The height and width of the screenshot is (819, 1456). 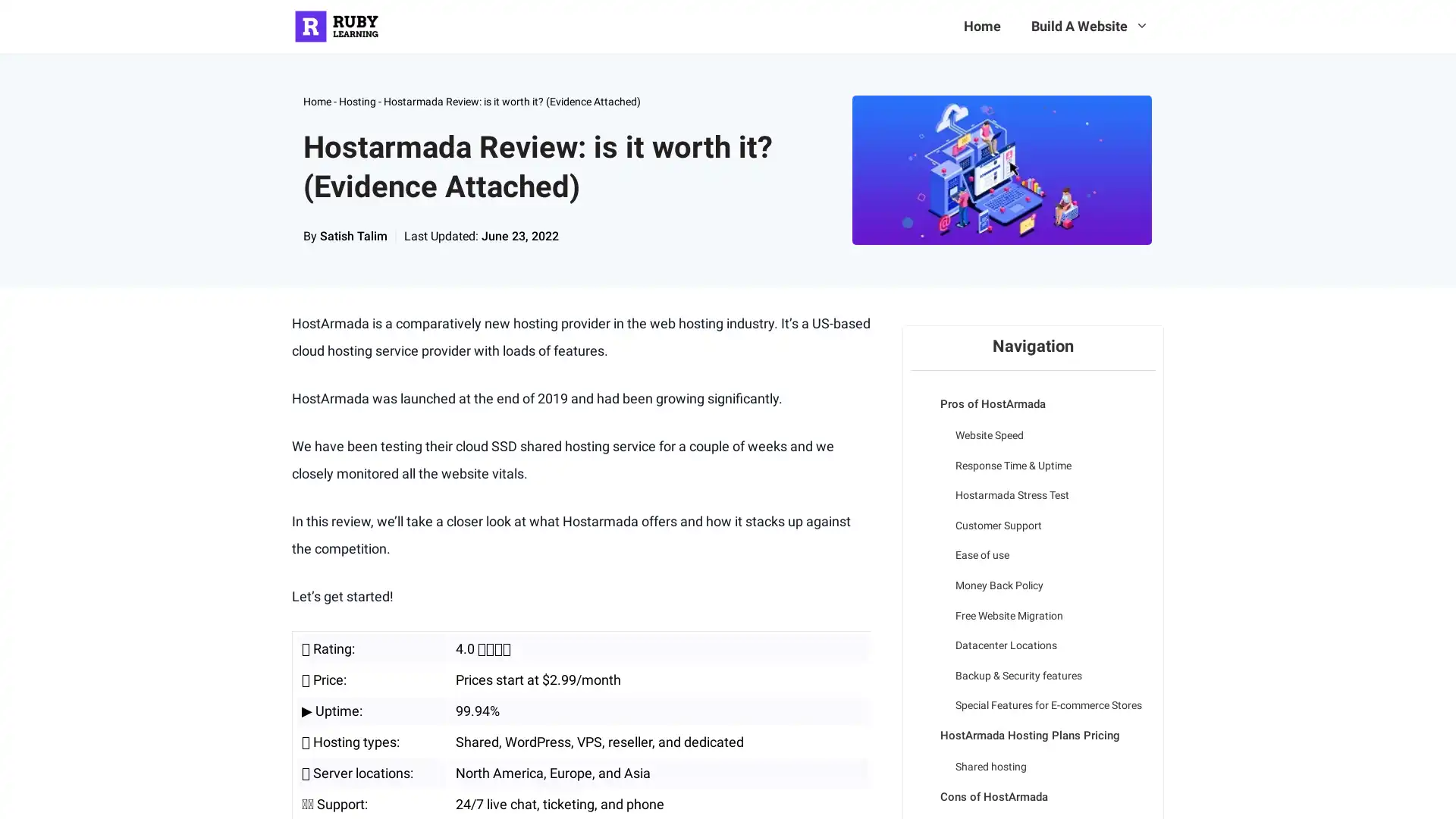 What do you see at coordinates (921, 393) in the screenshot?
I see `Expand or collapse` at bounding box center [921, 393].